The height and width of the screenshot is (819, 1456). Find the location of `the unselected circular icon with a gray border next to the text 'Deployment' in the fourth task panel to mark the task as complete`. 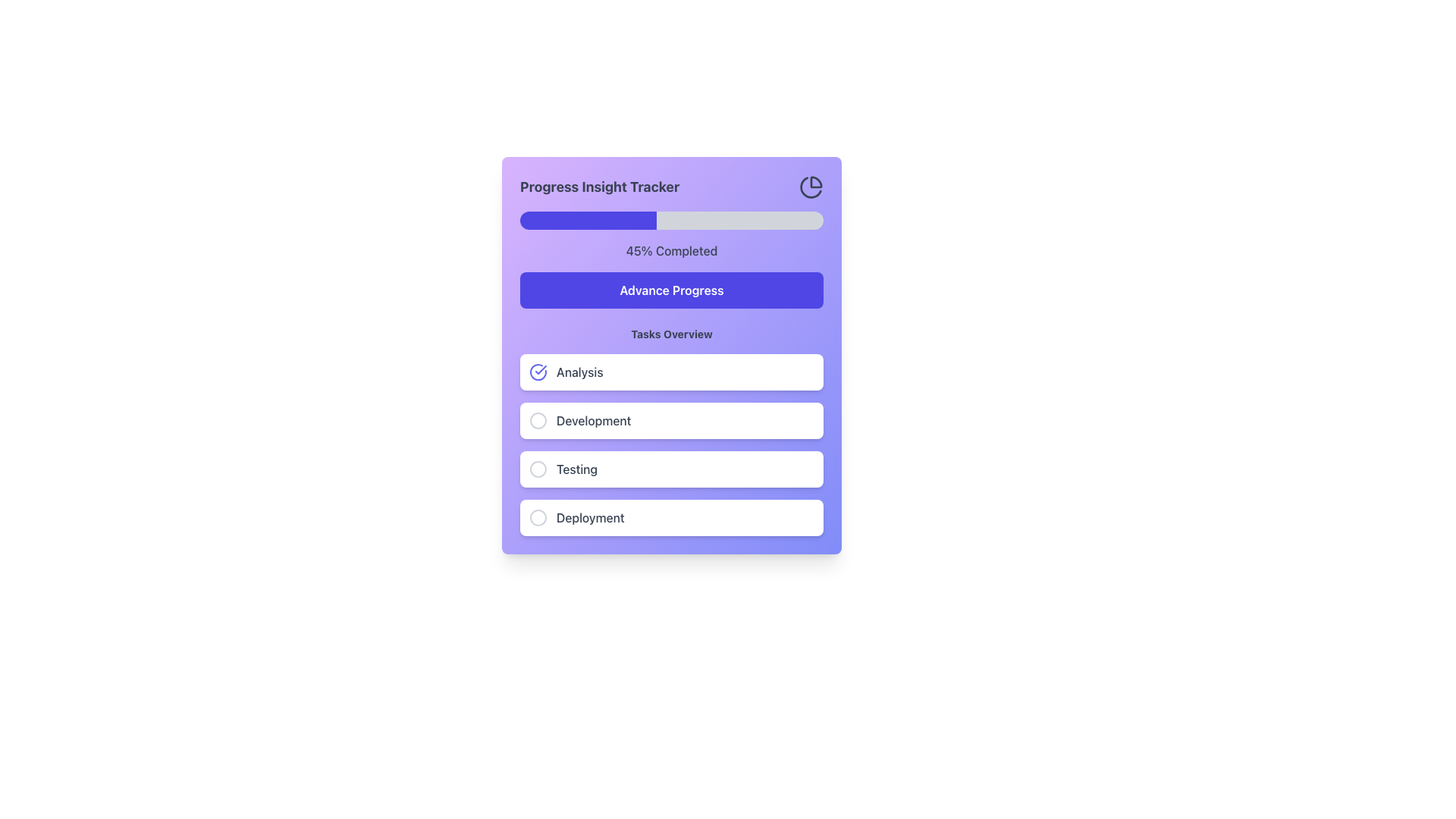

the unselected circular icon with a gray border next to the text 'Deployment' in the fourth task panel to mark the task as complete is located at coordinates (538, 516).